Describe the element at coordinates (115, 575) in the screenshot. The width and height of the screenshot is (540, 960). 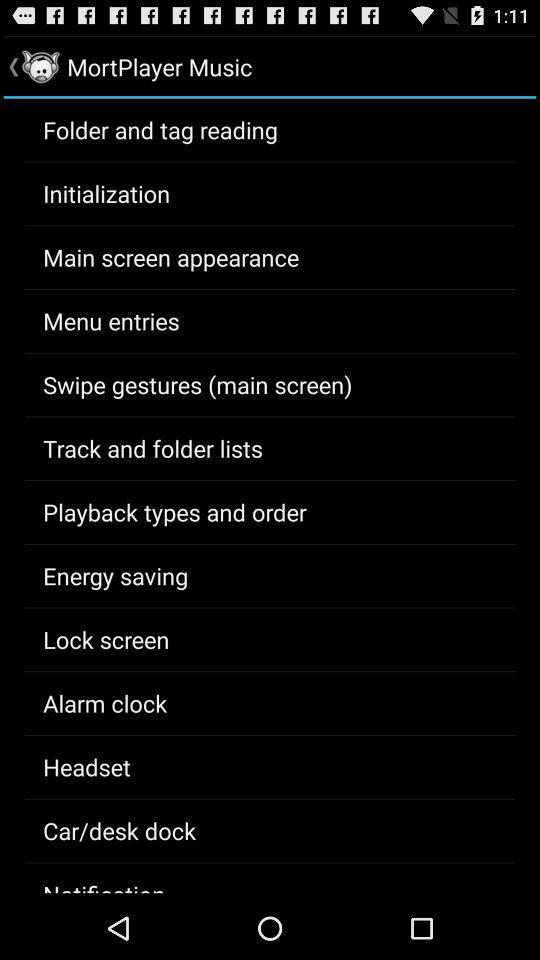
I see `energy saving icon` at that location.